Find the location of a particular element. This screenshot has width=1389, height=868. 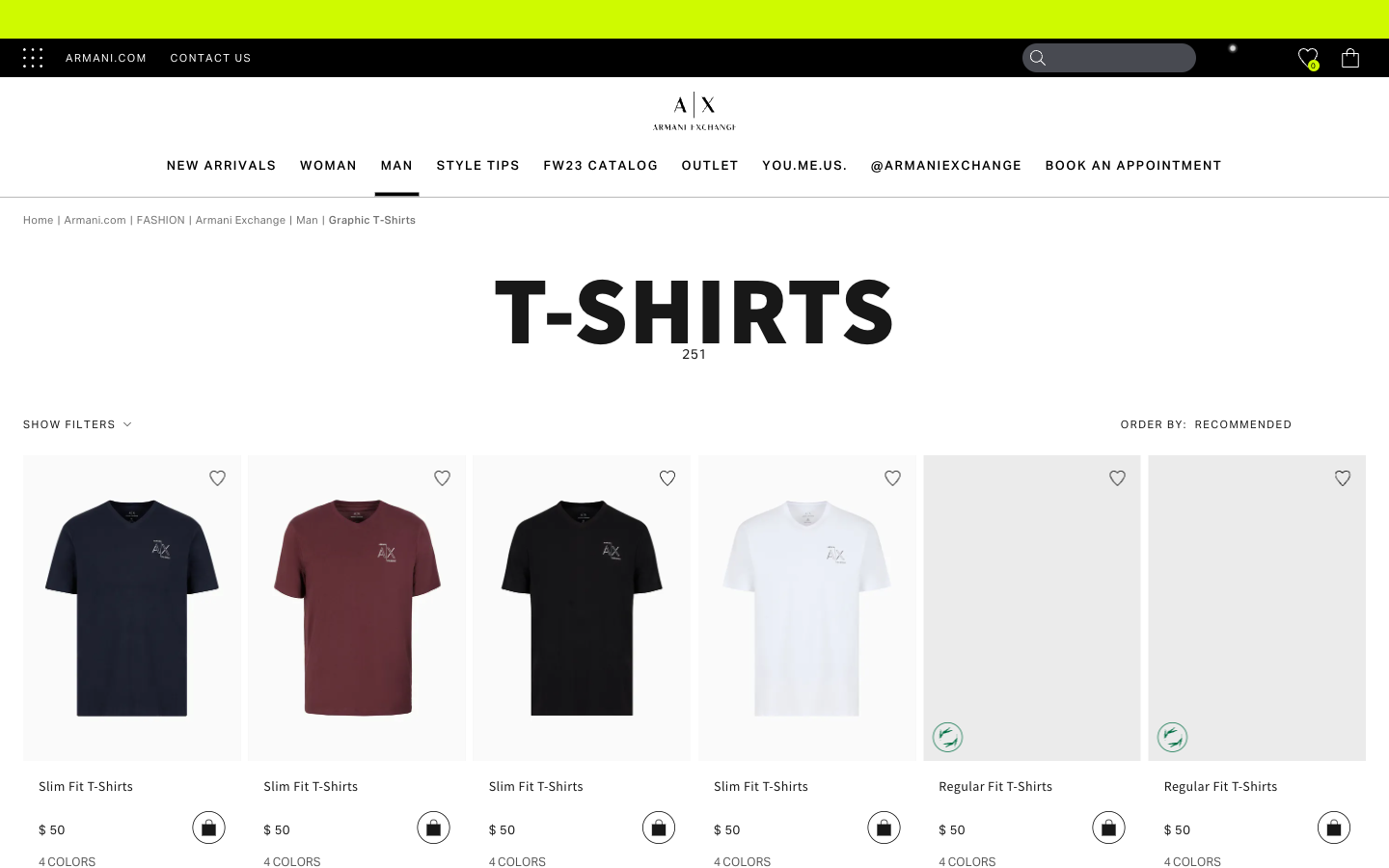

Procure the 4th item by selecting the relative shopping bag icon is located at coordinates (883, 827).